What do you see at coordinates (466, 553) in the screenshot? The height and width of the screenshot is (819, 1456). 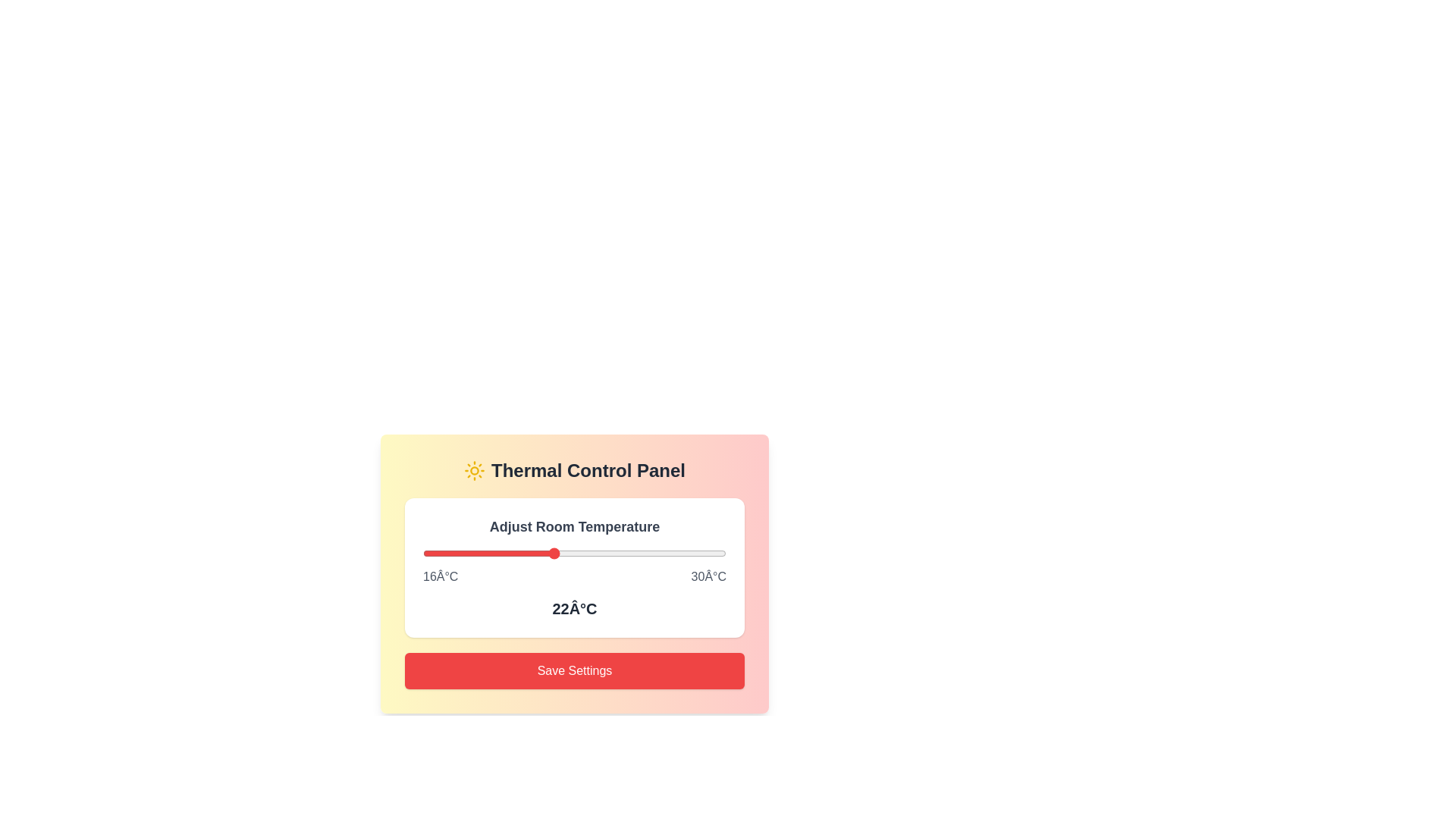 I see `the temperature slider to 18°C` at bounding box center [466, 553].